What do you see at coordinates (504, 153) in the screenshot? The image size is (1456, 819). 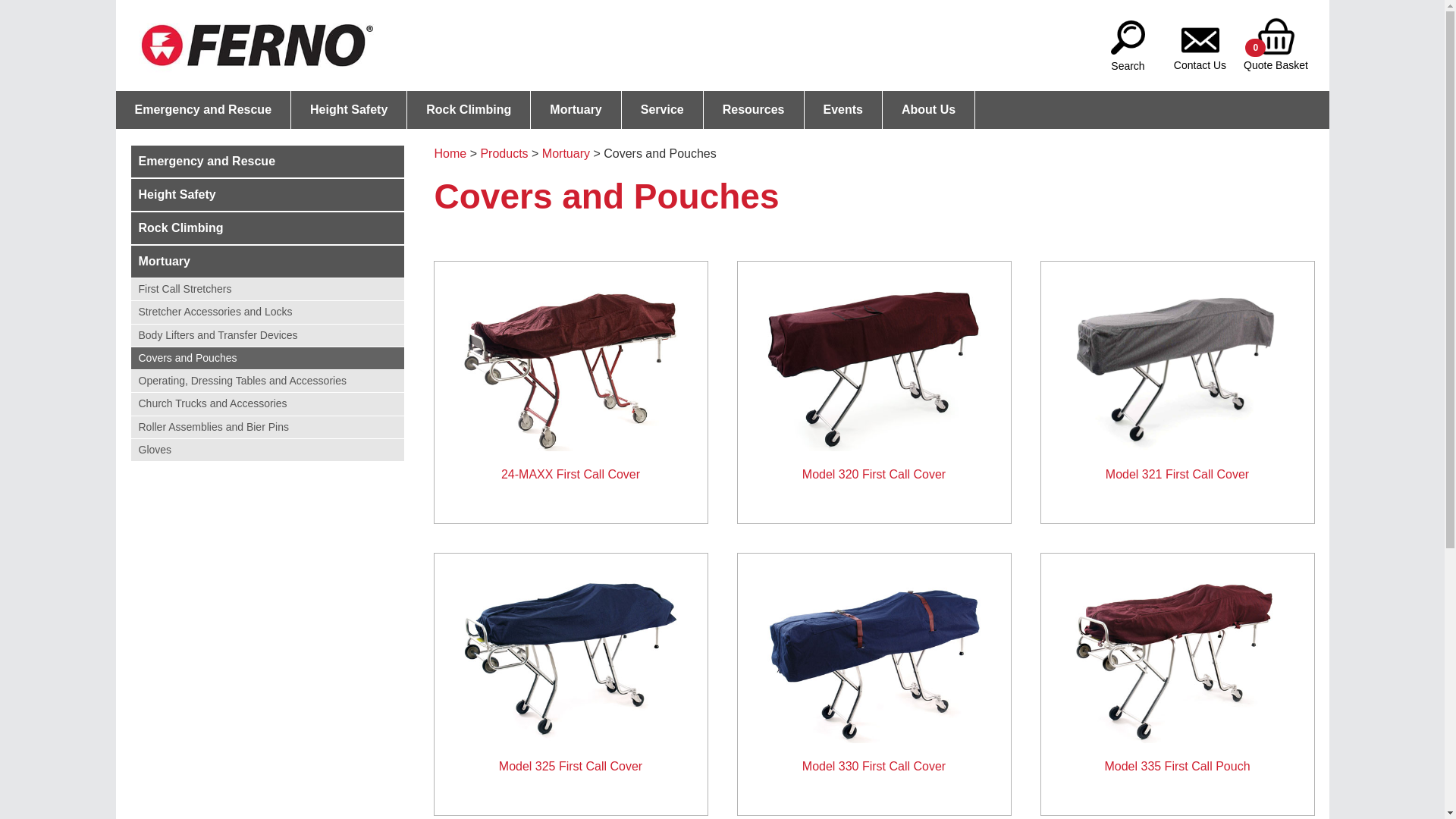 I see `'Products'` at bounding box center [504, 153].